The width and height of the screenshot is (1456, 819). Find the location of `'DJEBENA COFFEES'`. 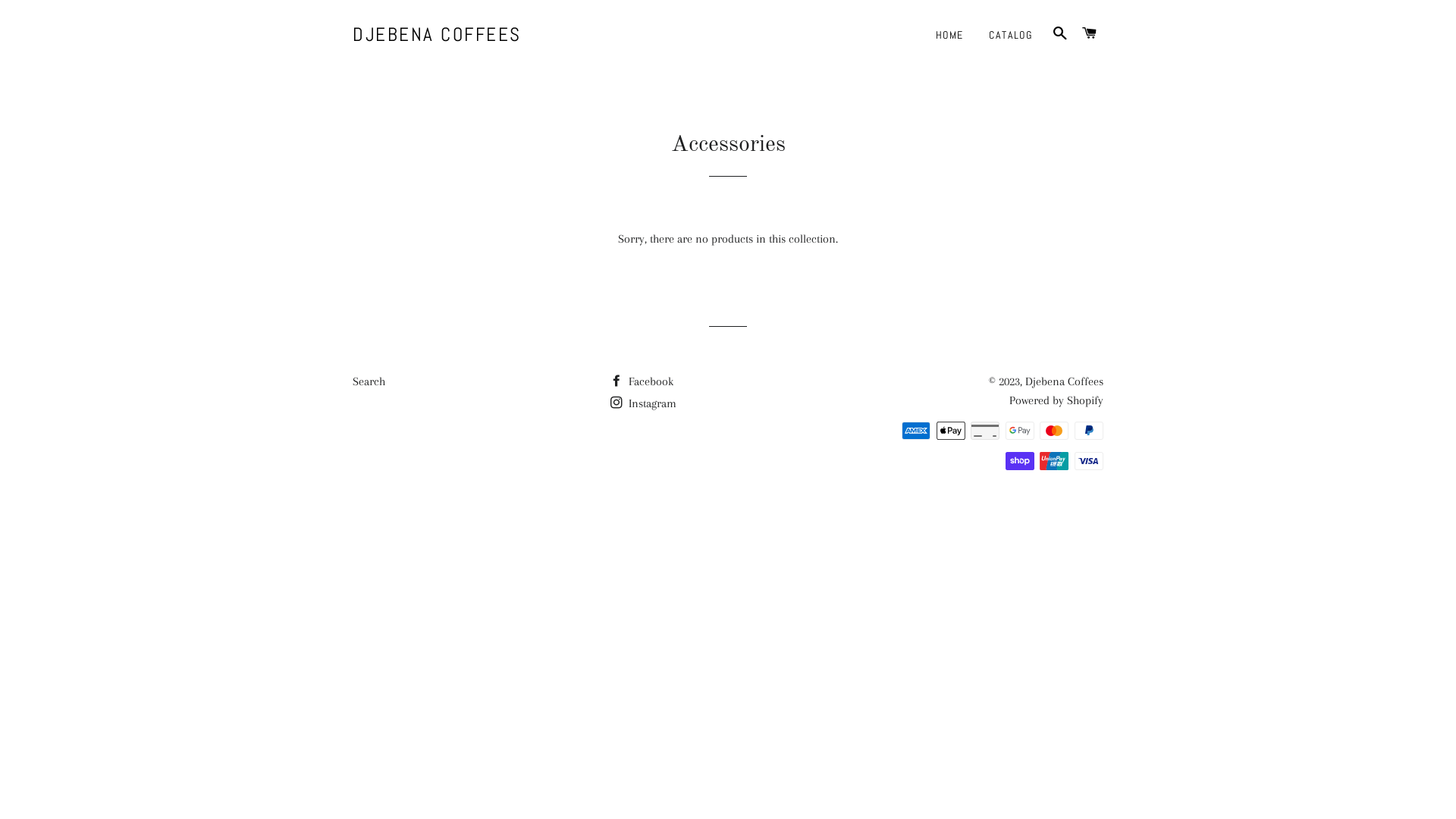

'DJEBENA COFFEES' is located at coordinates (436, 34).